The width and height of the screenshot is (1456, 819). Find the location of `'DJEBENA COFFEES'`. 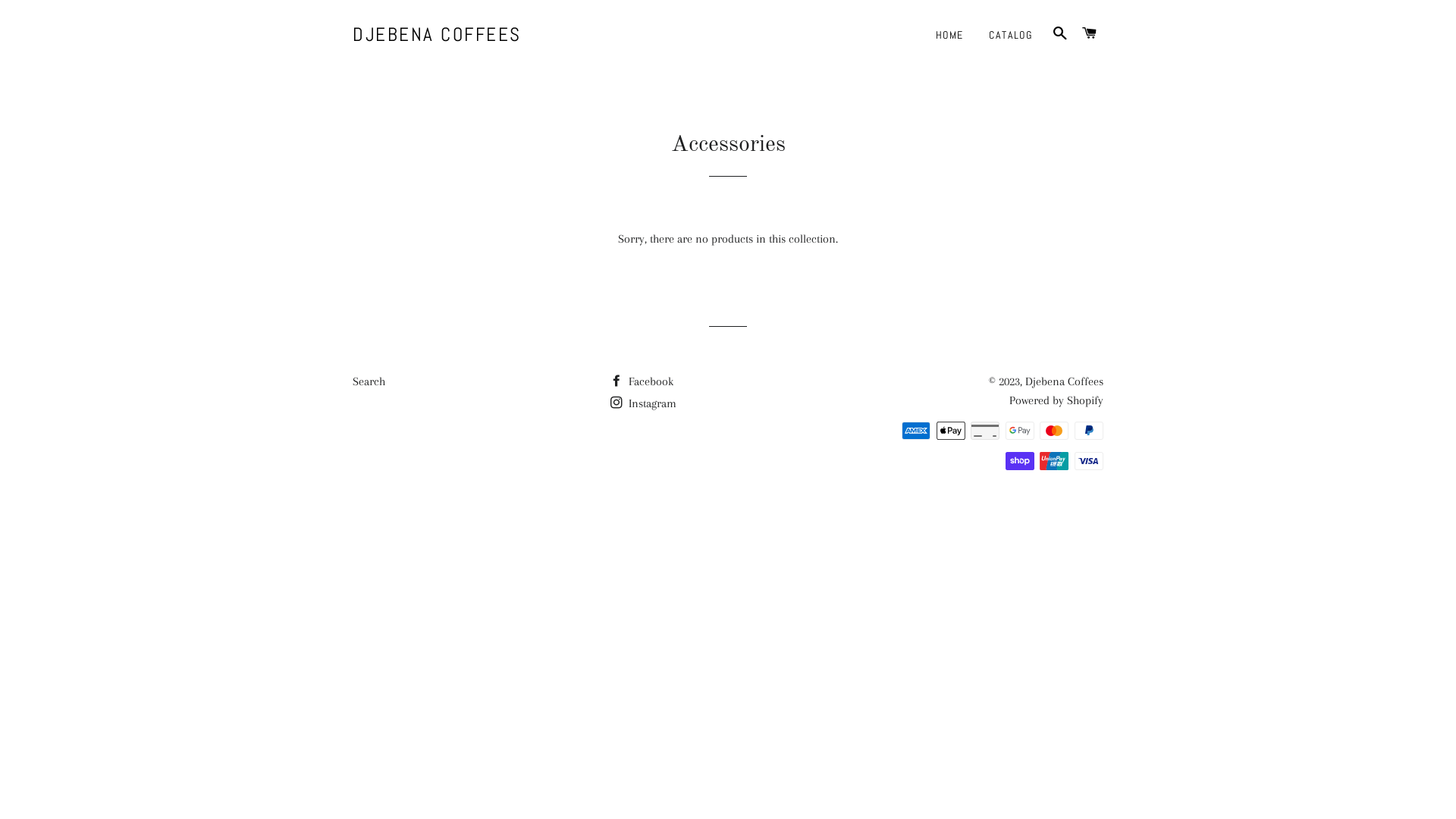

'DJEBENA COFFEES' is located at coordinates (436, 34).